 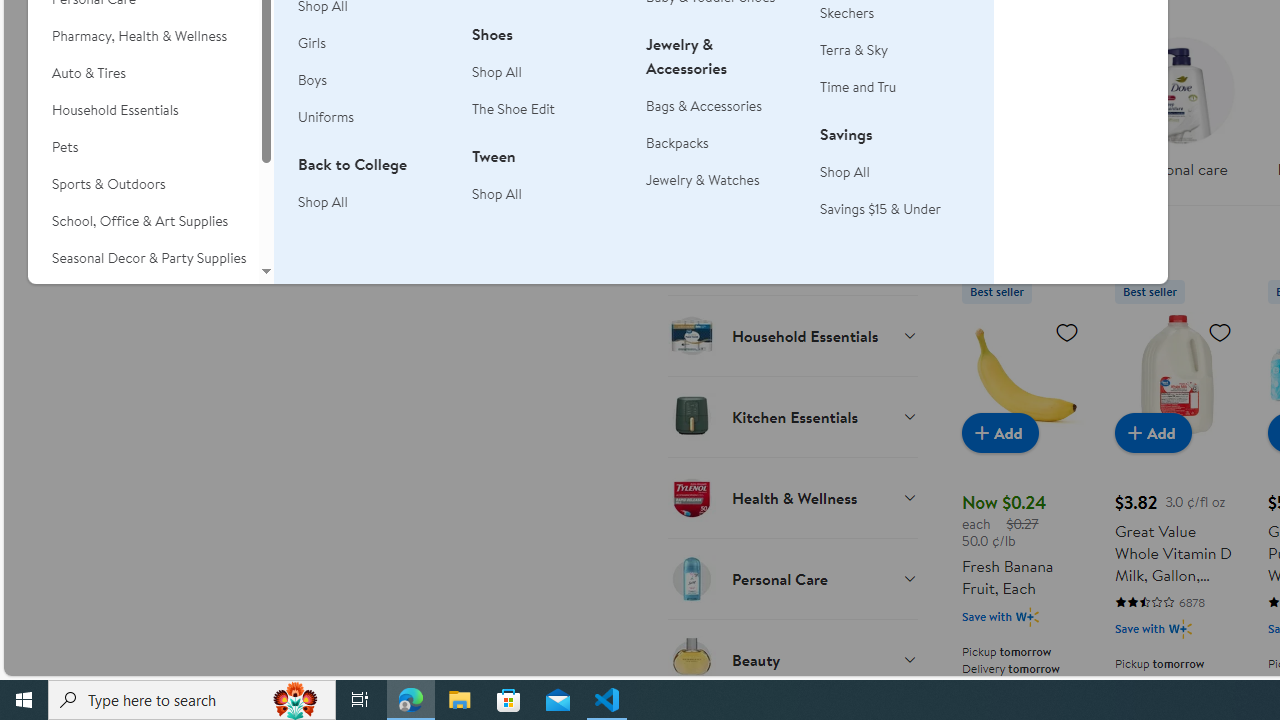 What do you see at coordinates (142, 146) in the screenshot?
I see `'Pets'` at bounding box center [142, 146].